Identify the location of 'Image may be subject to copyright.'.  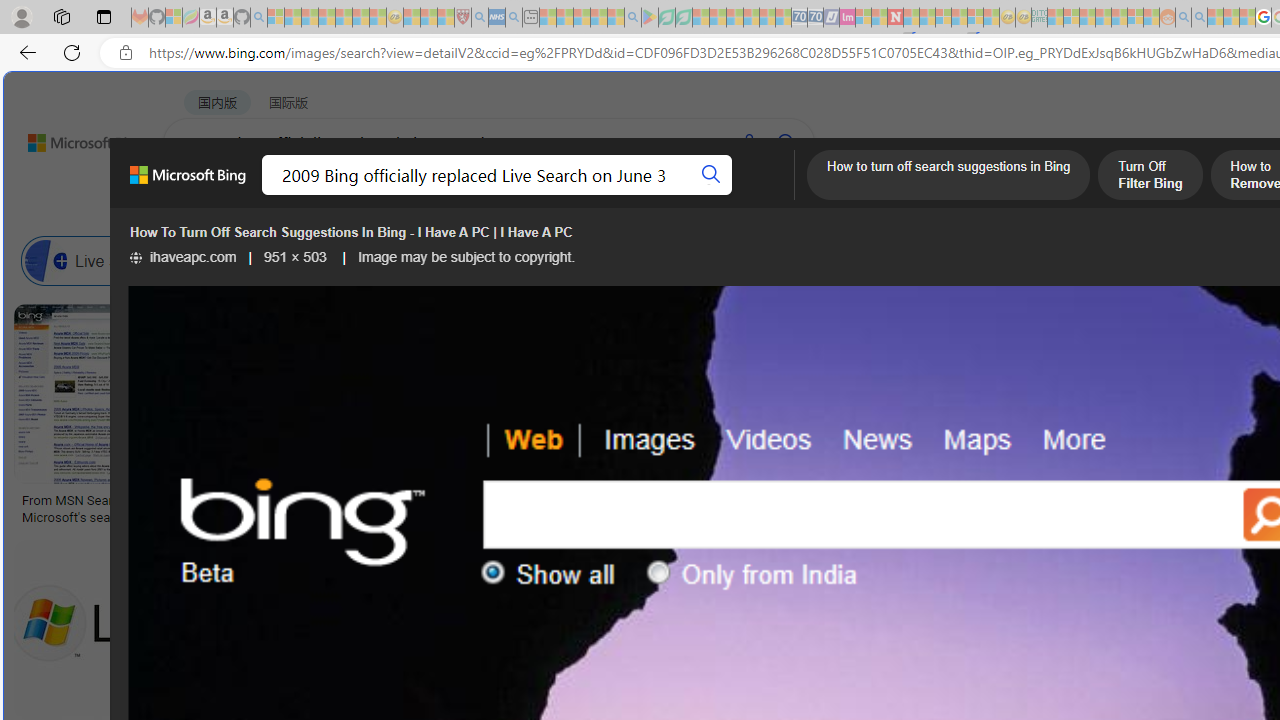
(466, 256).